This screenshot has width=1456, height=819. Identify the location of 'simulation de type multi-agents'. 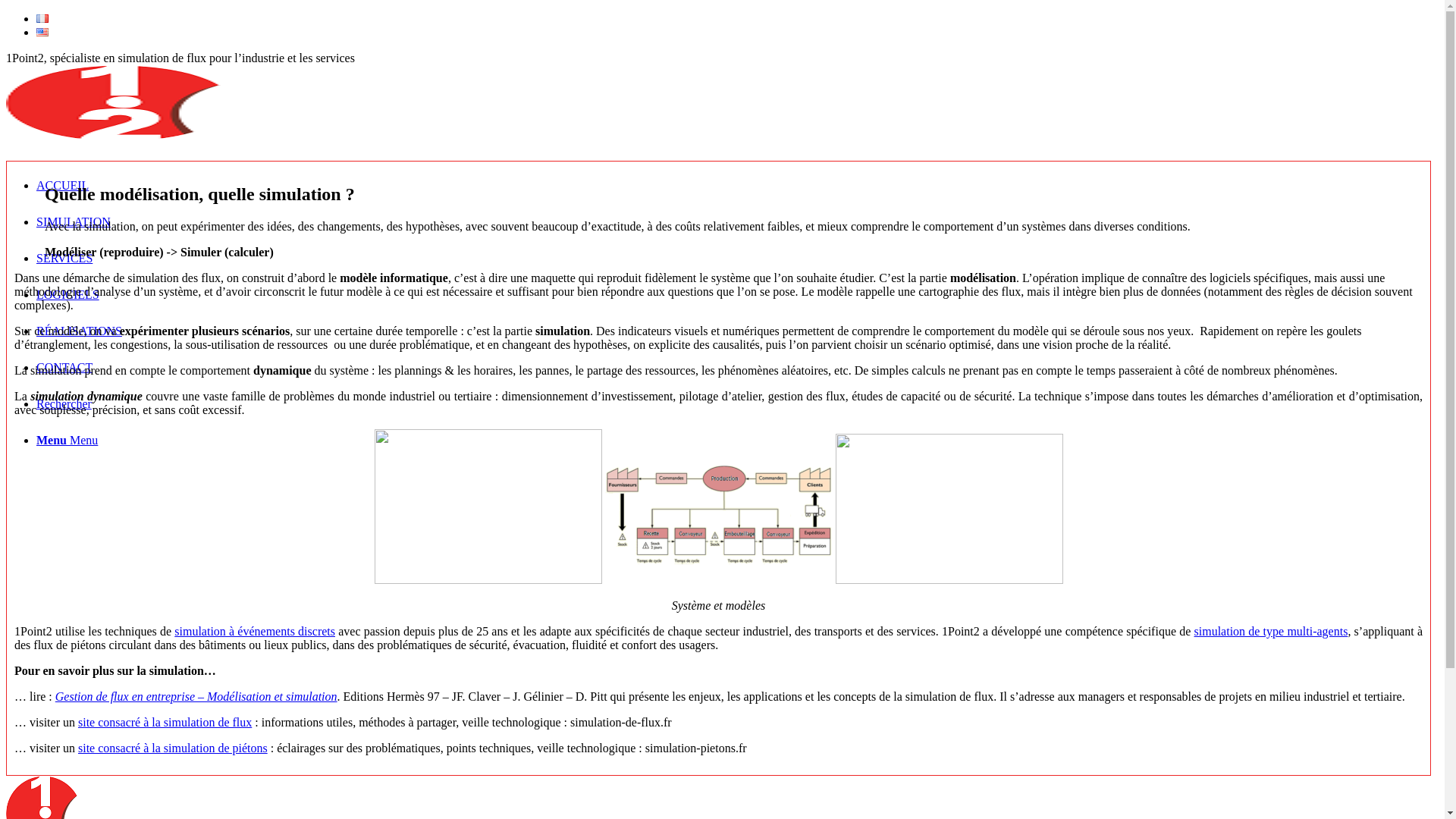
(1271, 631).